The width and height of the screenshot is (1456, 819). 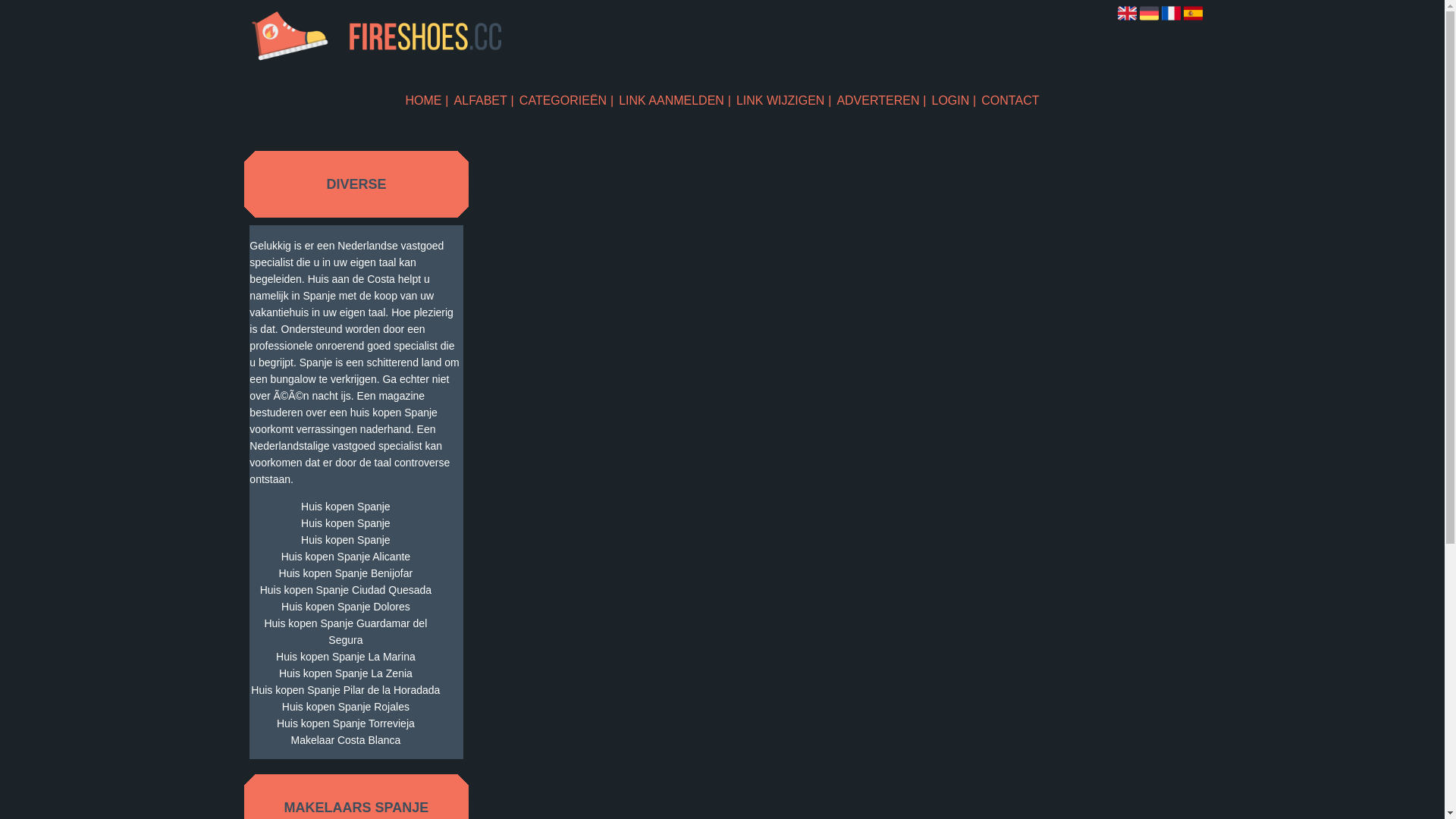 I want to click on 'LOGIN', so click(x=952, y=100).